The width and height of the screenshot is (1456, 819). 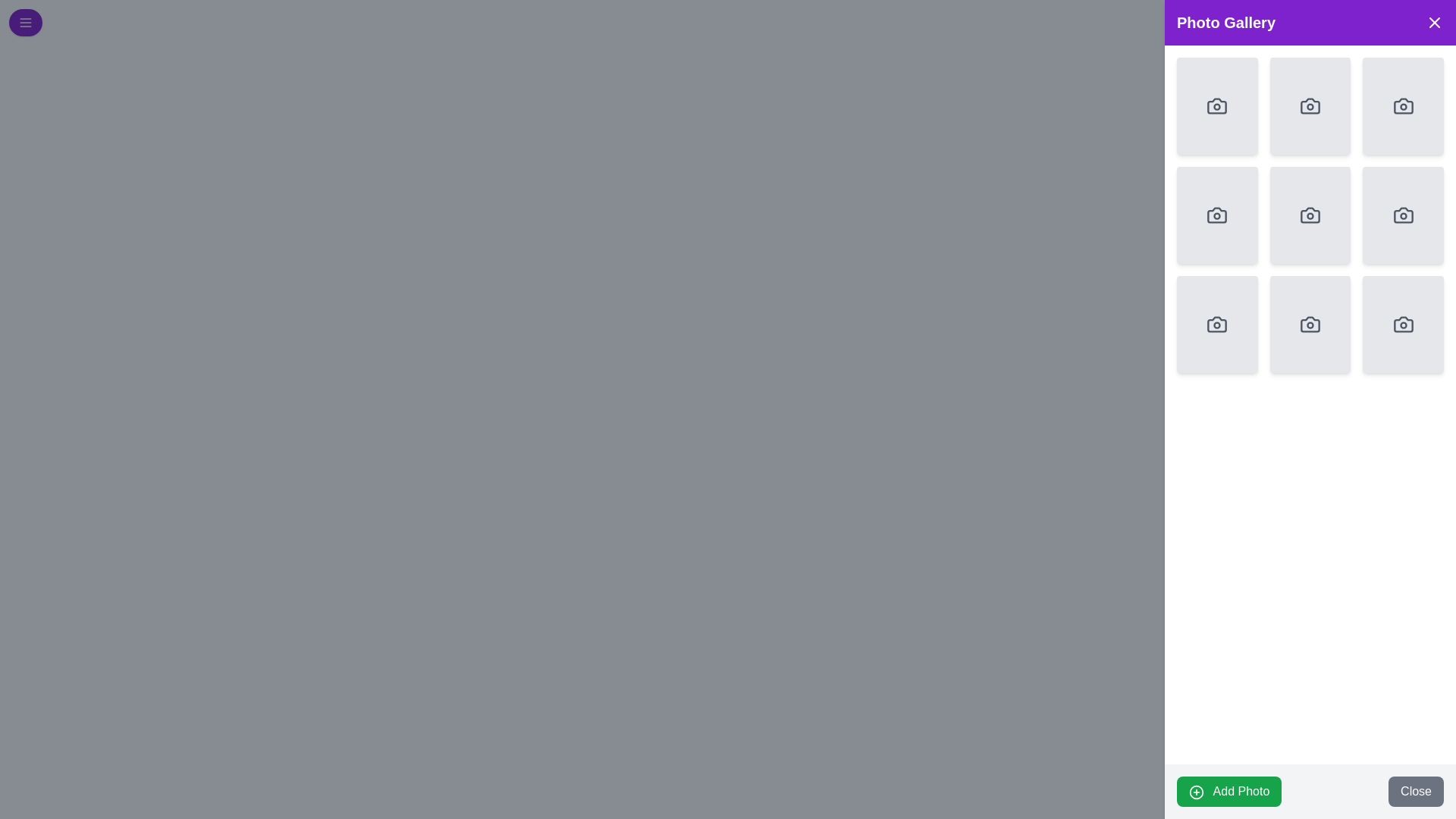 I want to click on the decorative icon within the 'Add Photo' button, located at the leftmost part of the button's content, so click(x=1196, y=791).